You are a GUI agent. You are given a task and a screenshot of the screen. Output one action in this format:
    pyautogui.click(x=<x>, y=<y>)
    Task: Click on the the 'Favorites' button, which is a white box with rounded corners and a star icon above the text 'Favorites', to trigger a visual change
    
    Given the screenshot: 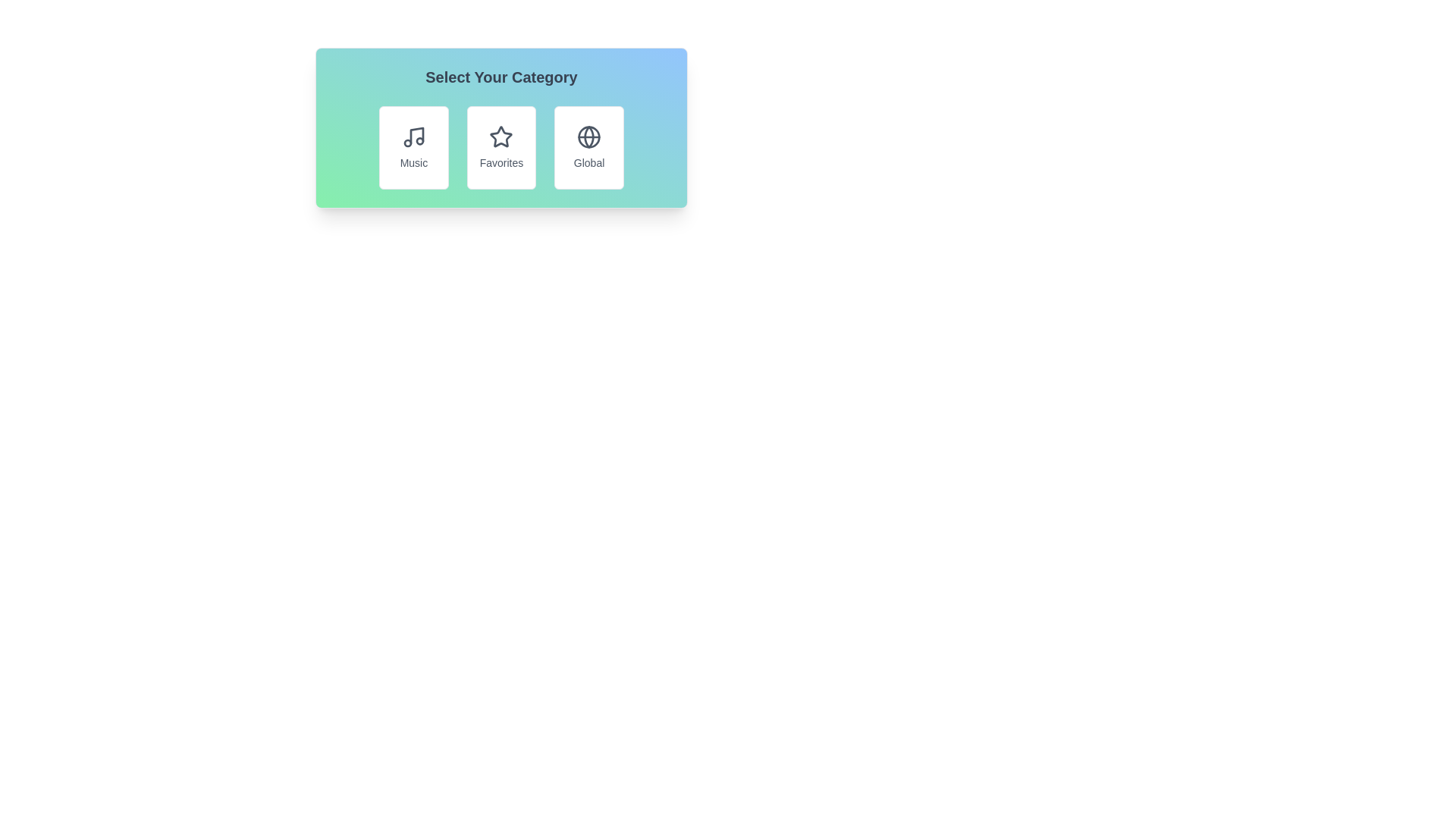 What is the action you would take?
    pyautogui.click(x=501, y=148)
    